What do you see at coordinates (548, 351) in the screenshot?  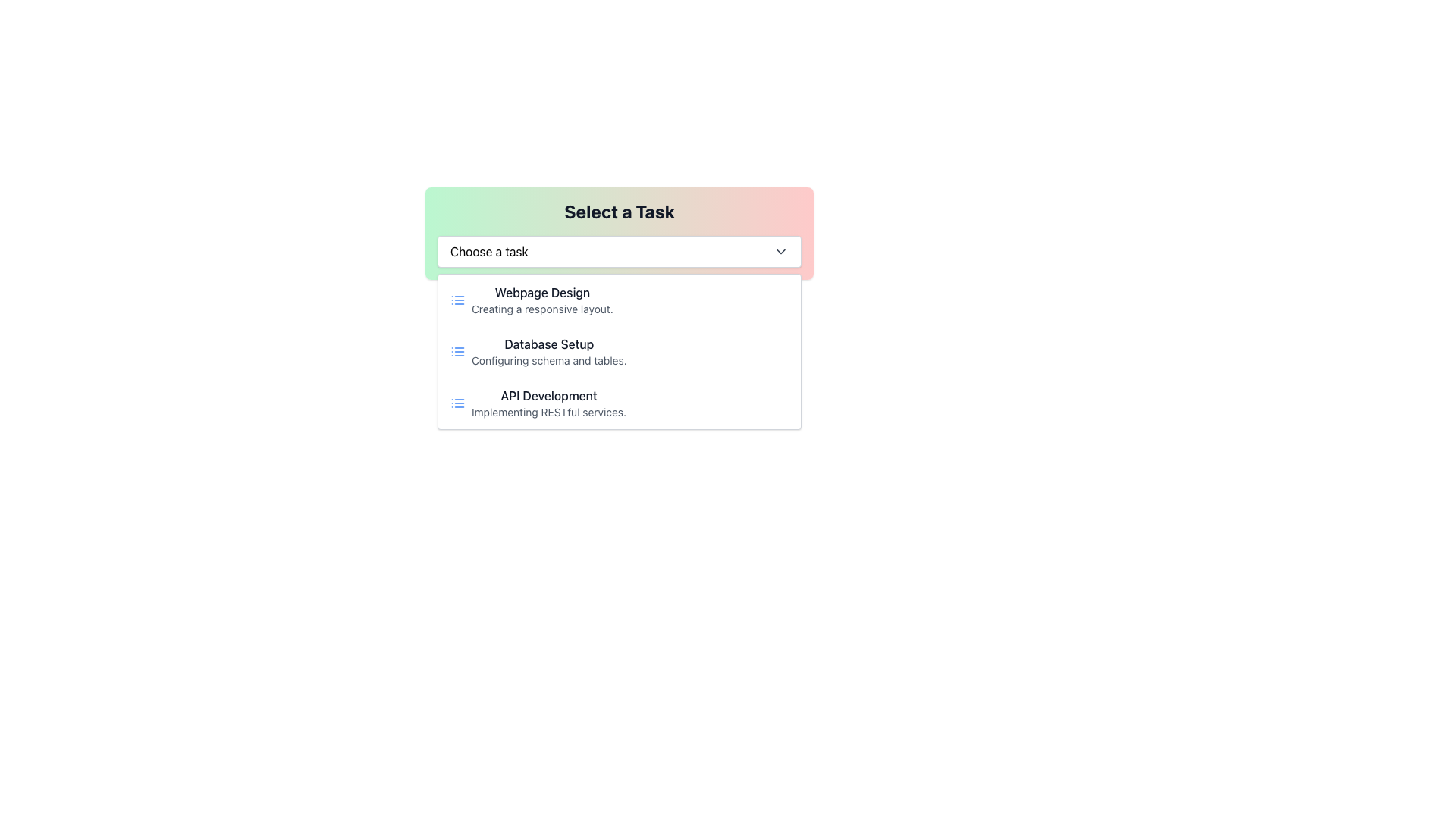 I see `the second menu option` at bounding box center [548, 351].